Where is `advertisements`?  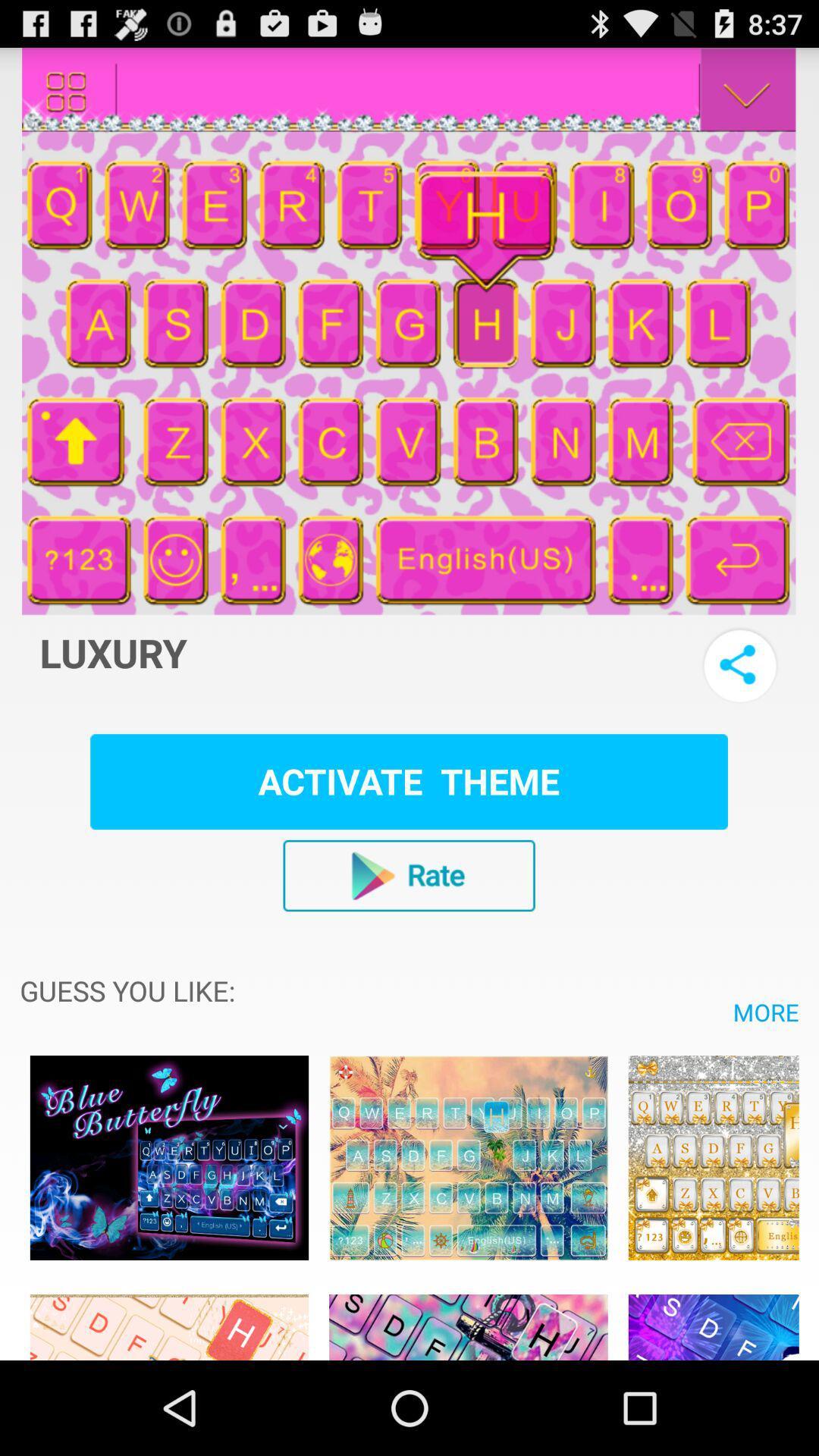
advertisements is located at coordinates (467, 1156).